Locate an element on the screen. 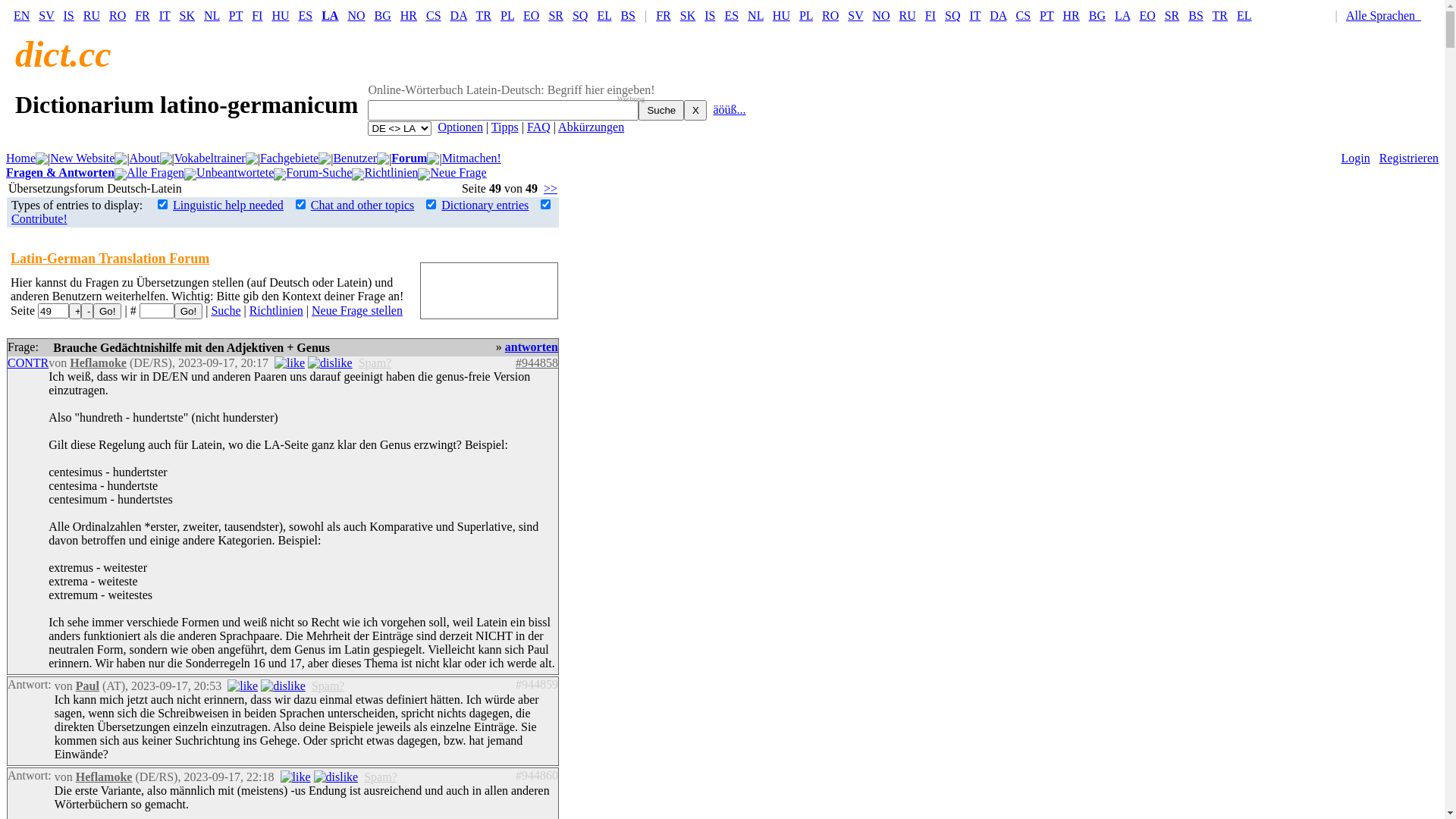  'TR' is located at coordinates (483, 15).